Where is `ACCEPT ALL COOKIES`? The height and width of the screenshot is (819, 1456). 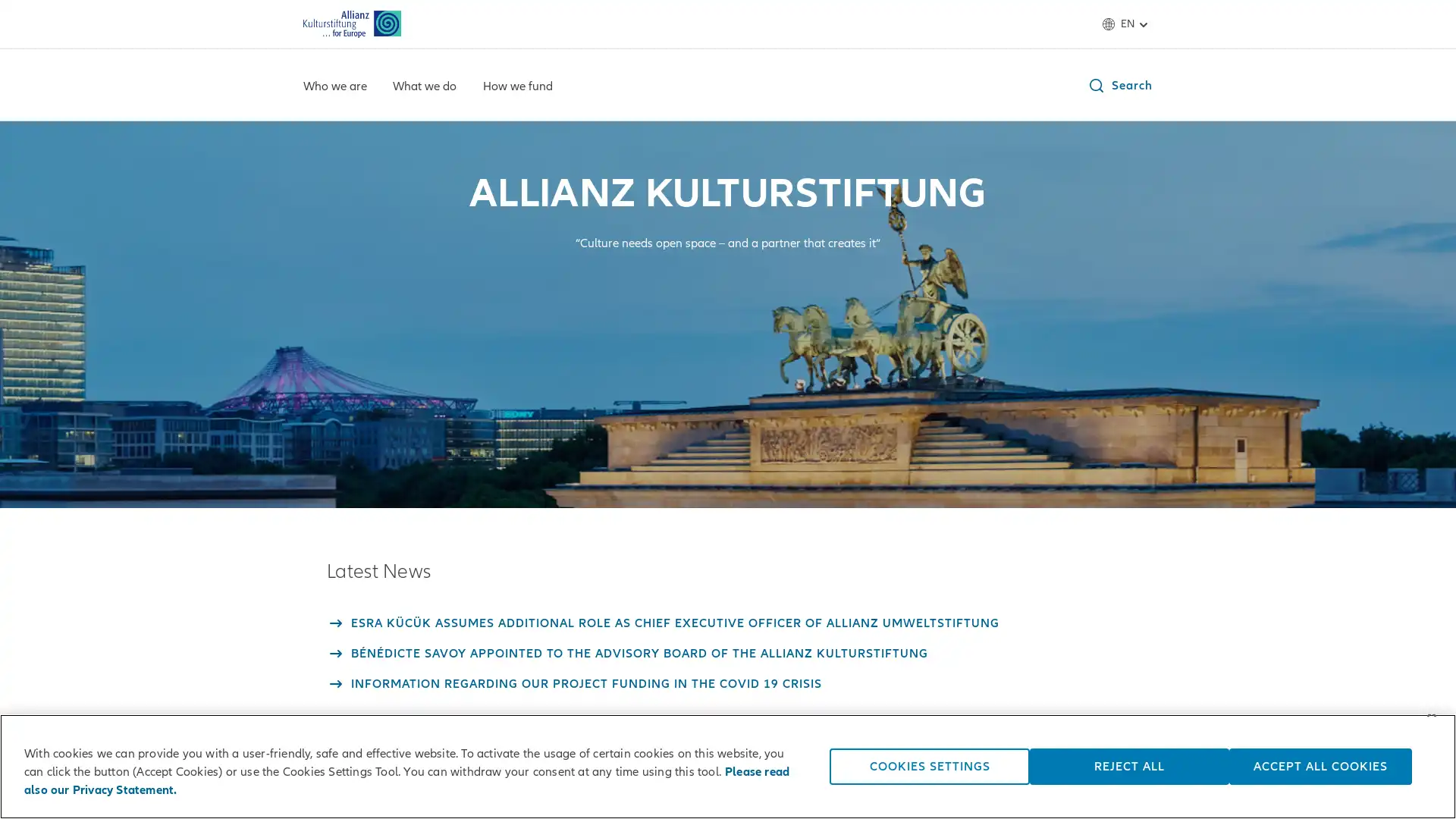
ACCEPT ALL COOKIES is located at coordinates (1319, 766).